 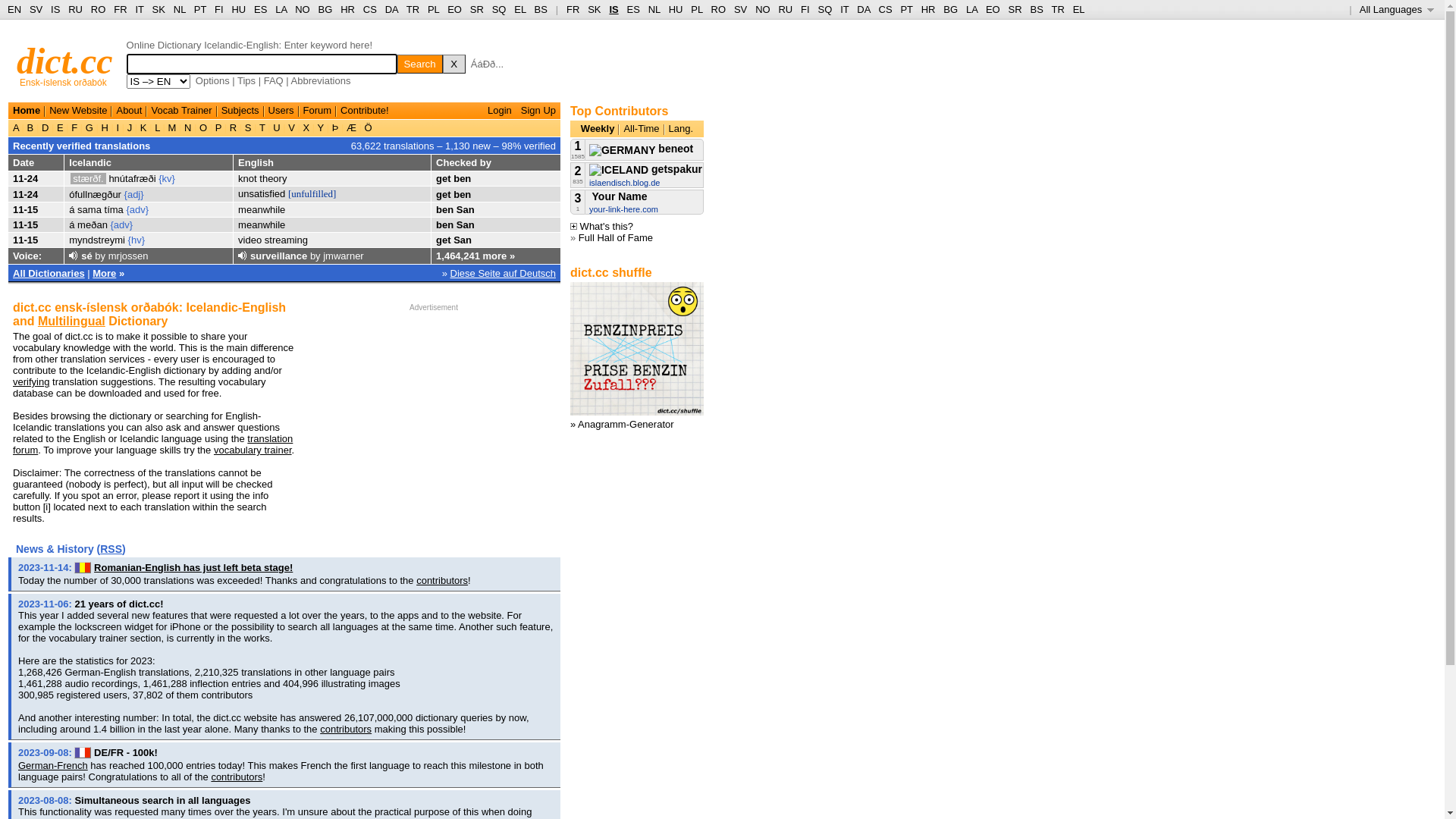 What do you see at coordinates (278, 255) in the screenshot?
I see `'surveillance'` at bounding box center [278, 255].